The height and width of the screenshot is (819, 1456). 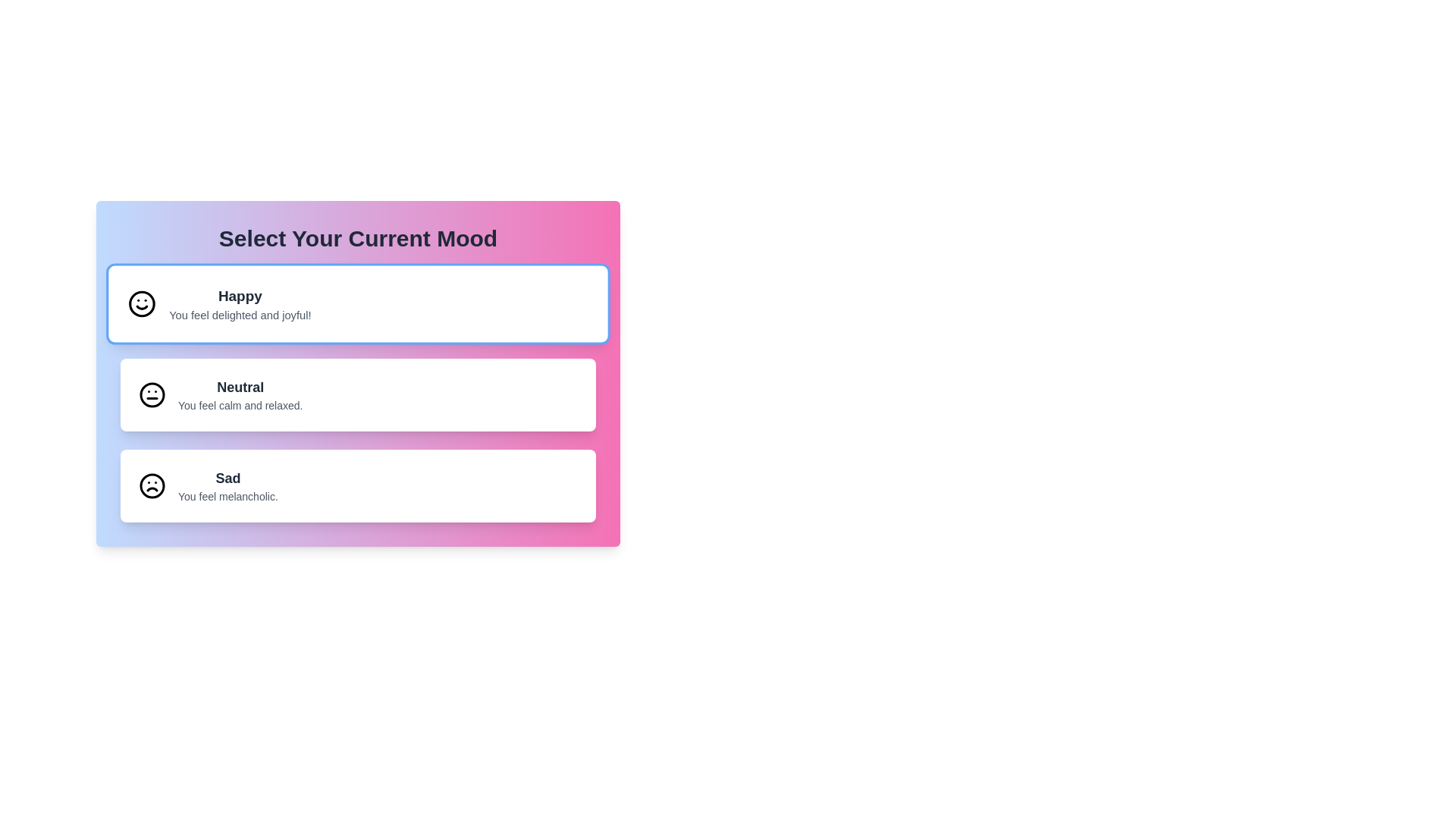 I want to click on the 'Sad' mood title label, which is located at the top-left of its section, above the description 'You feel melancholic.', so click(x=227, y=479).